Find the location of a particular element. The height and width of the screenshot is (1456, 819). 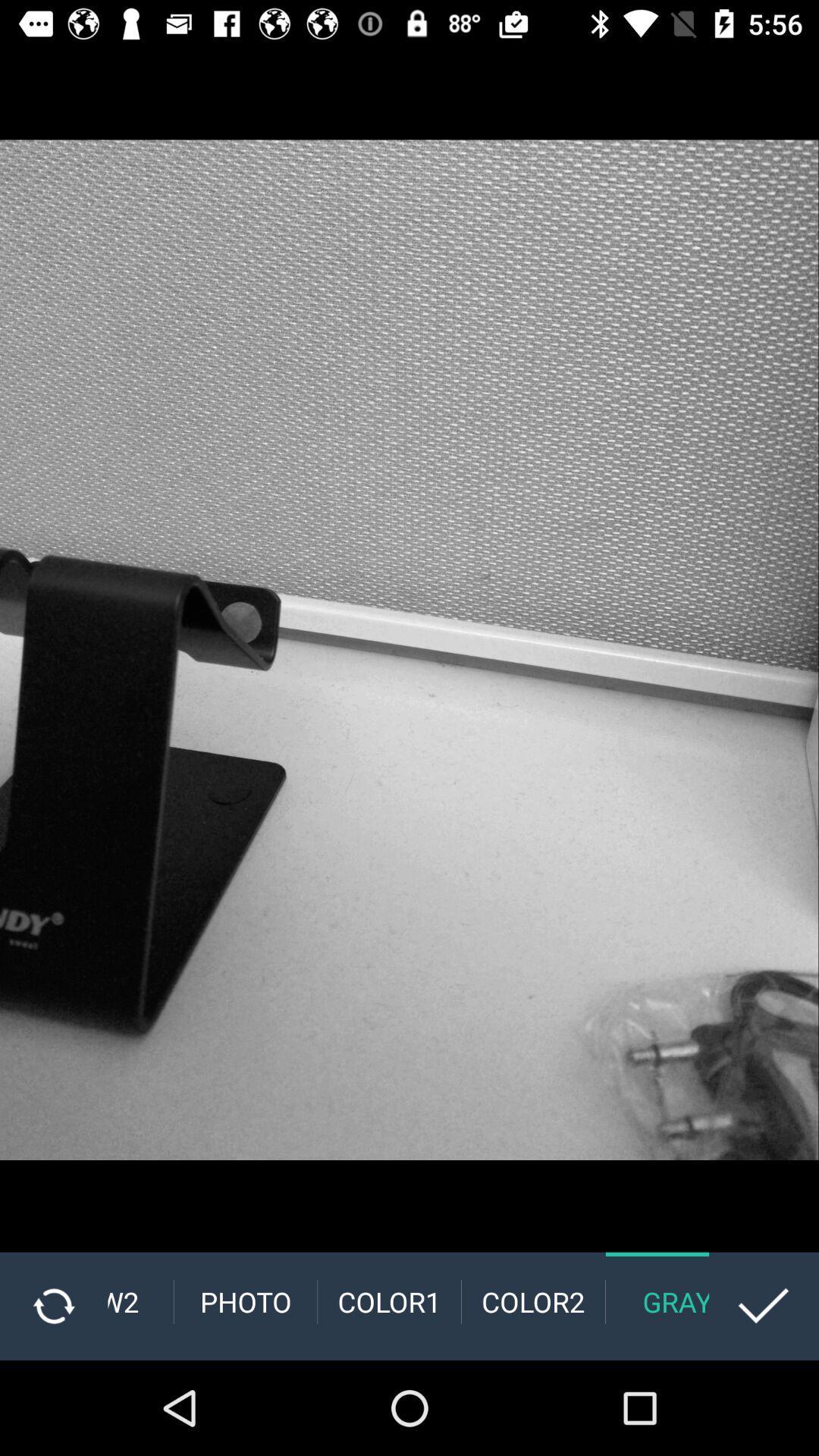

photo item is located at coordinates (245, 1301).